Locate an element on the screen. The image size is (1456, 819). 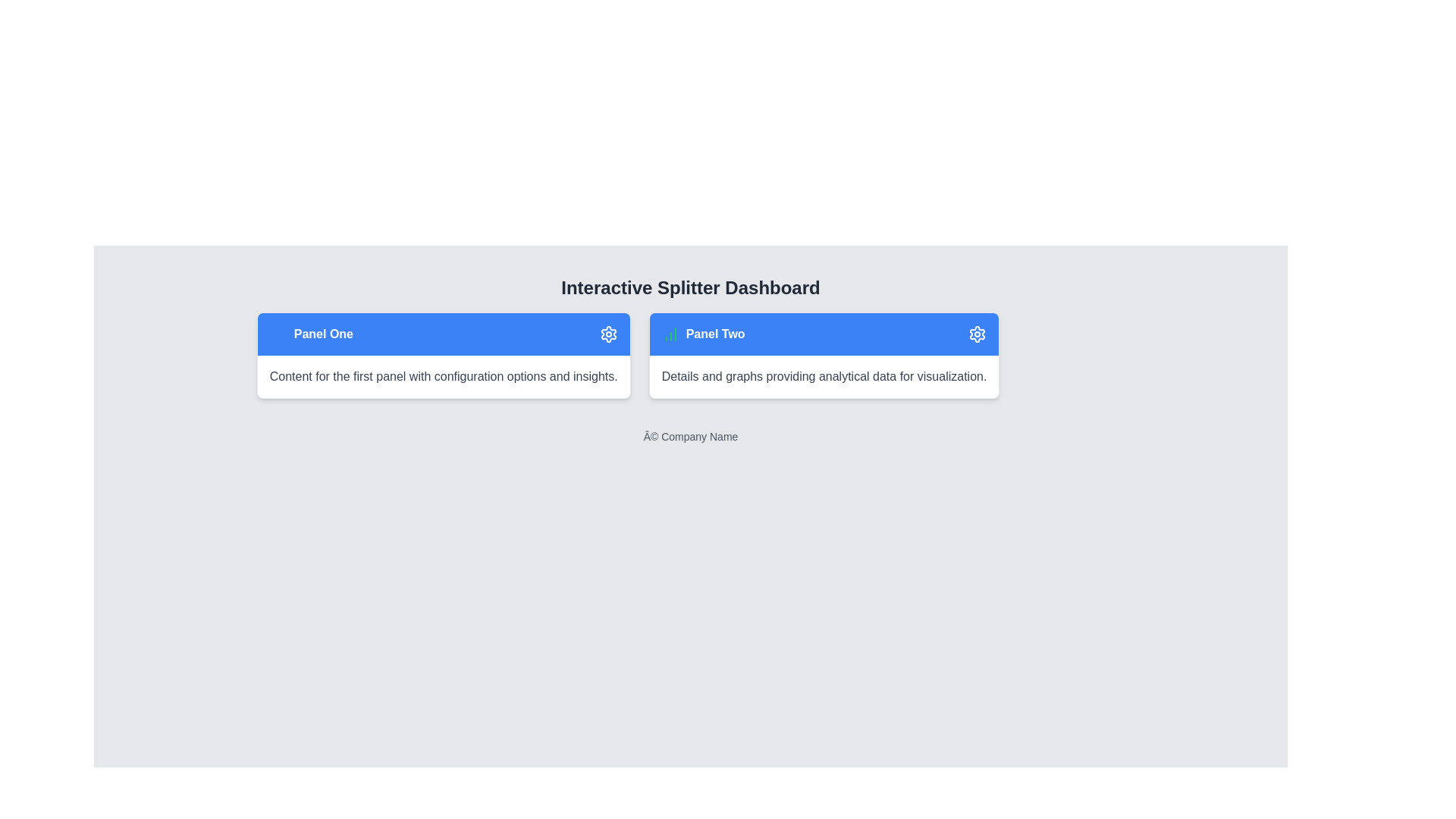
text label that serves as a title for the panel, located in the upper part of the card-like component, to the right of 'Panel One' and centrally aligned in the blue header region is located at coordinates (714, 333).